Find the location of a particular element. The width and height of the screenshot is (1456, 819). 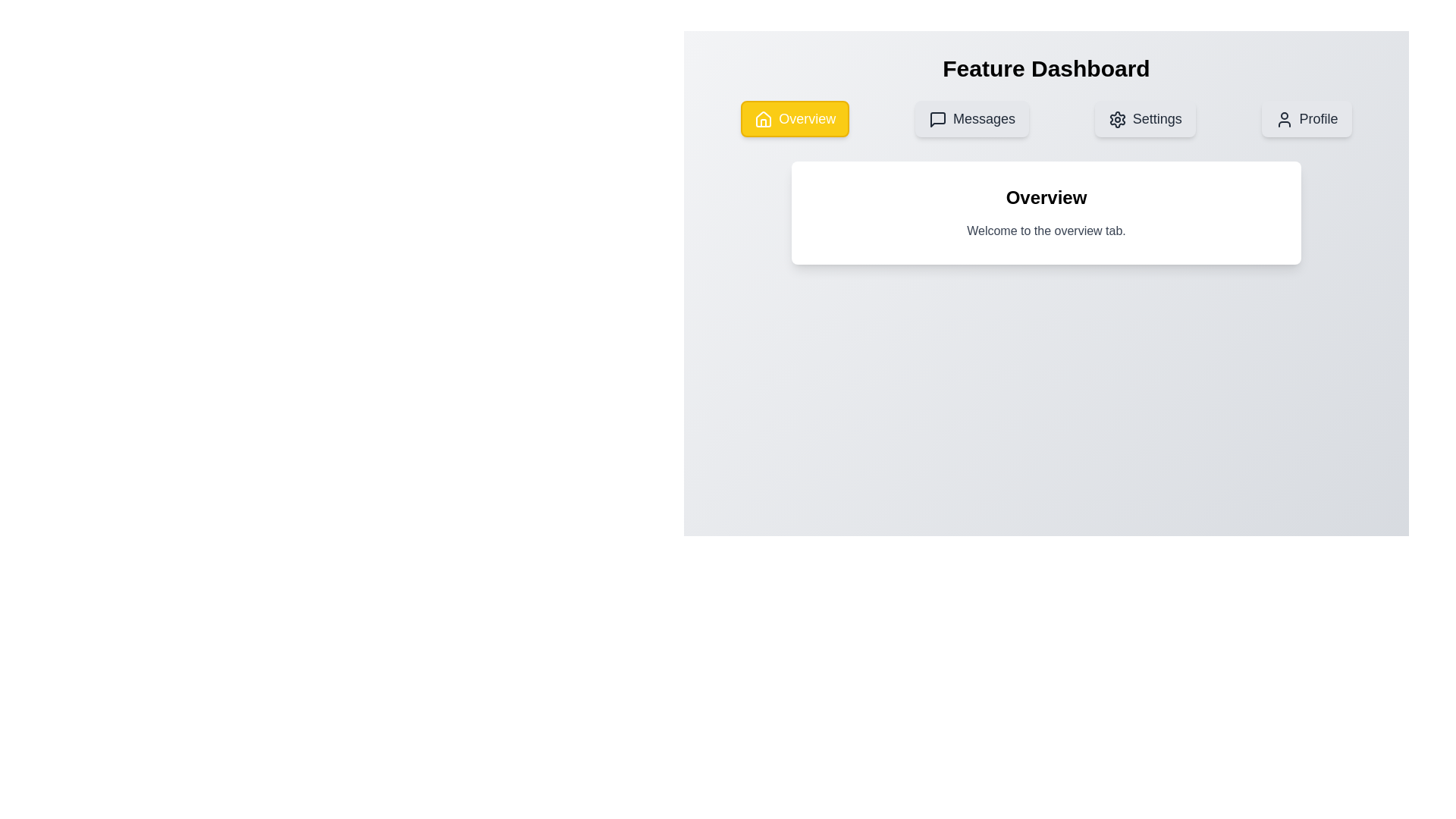

the Profile tab by clicking the corresponding navigation button is located at coordinates (1306, 118).